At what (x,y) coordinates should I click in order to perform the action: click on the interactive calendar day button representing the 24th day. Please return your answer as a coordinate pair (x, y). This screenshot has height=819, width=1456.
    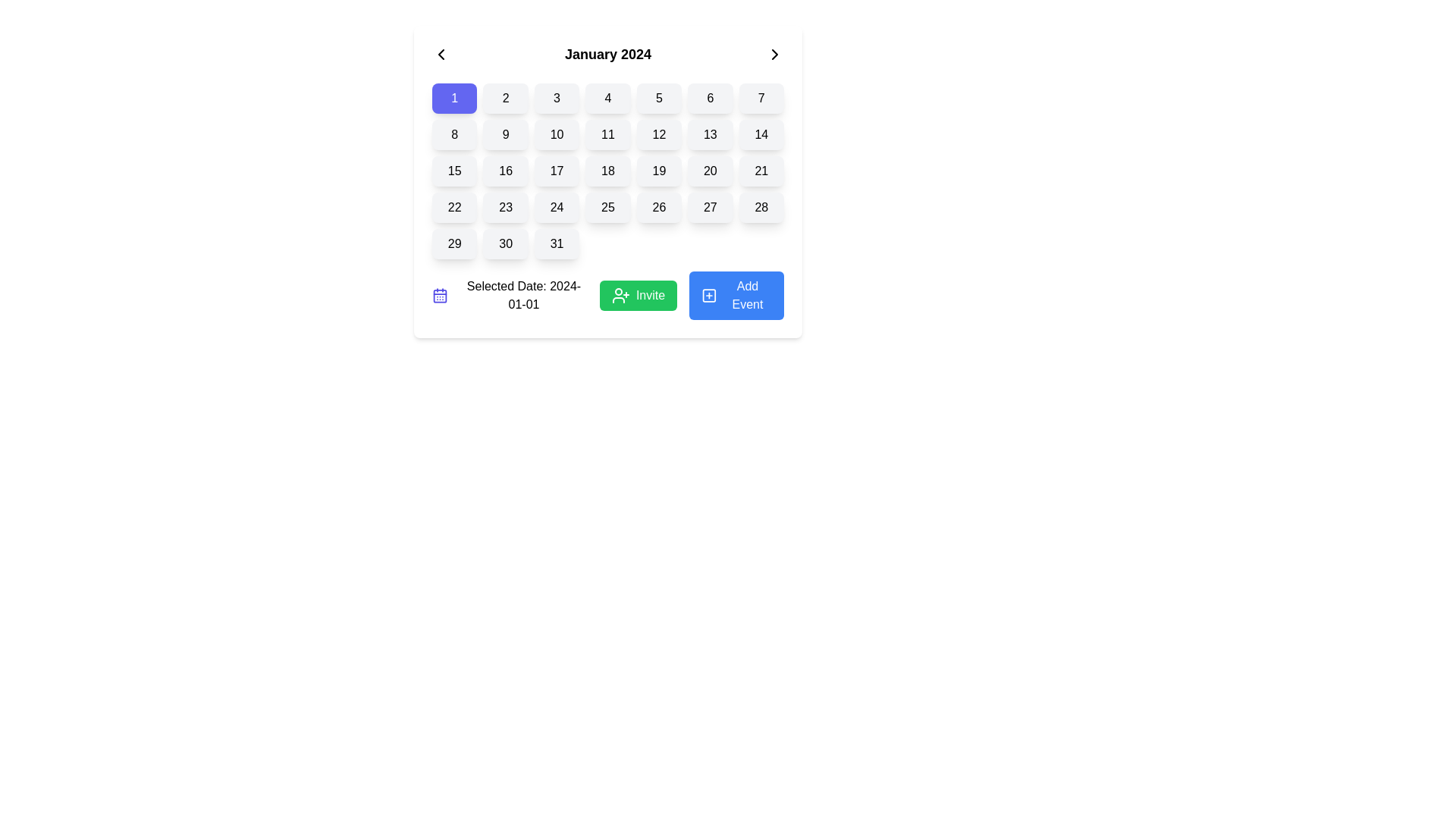
    Looking at the image, I should click on (556, 207).